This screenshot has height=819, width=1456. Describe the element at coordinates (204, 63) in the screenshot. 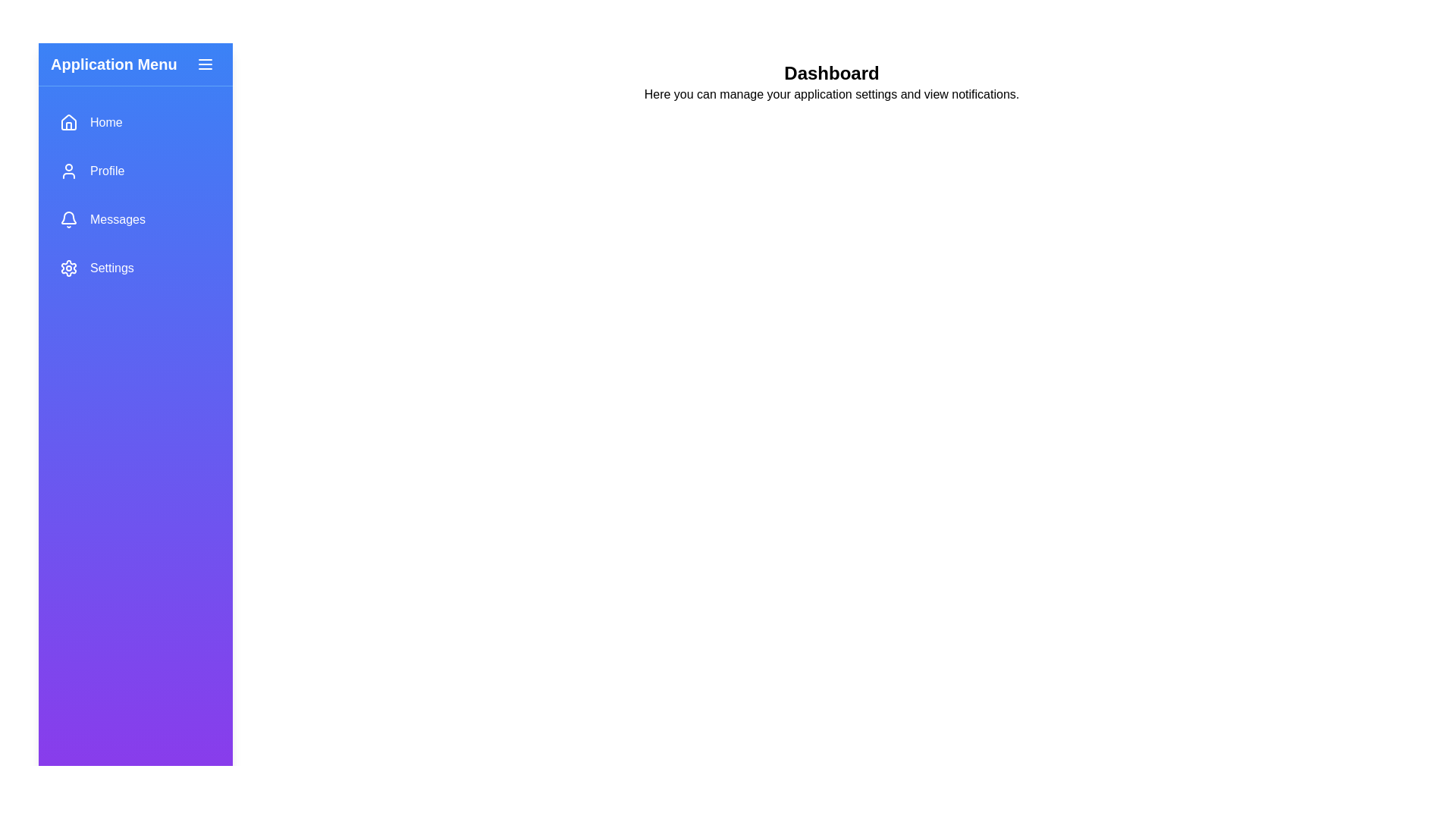

I see `the menu icon, which is a three-line icon styled with a white stroke against a blue background, located in the top-right corner of the sidebar panel adjacent to the 'Application Menu' header` at that location.